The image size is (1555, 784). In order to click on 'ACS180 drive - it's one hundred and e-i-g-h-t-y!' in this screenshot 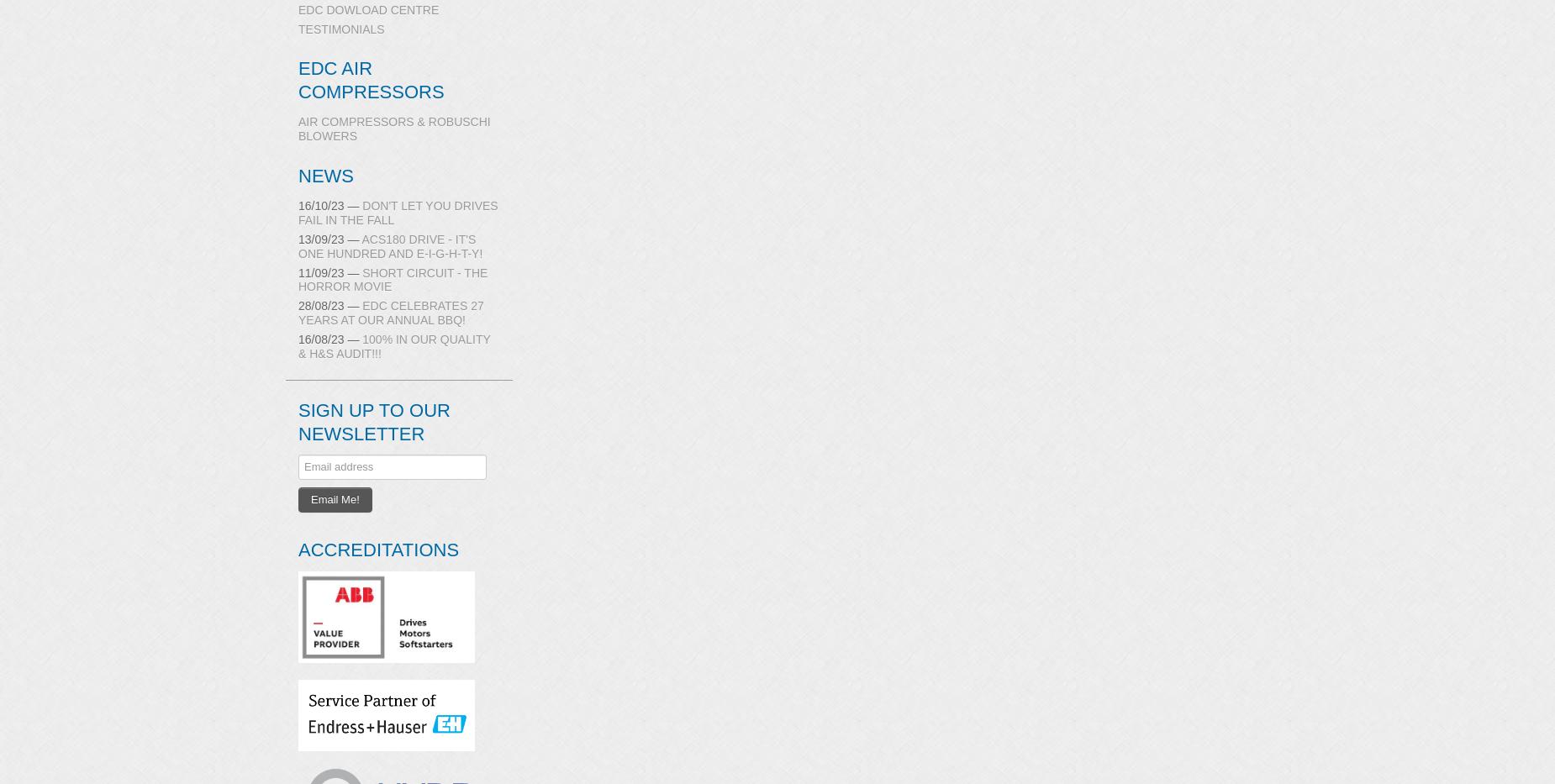, I will do `click(390, 245)`.